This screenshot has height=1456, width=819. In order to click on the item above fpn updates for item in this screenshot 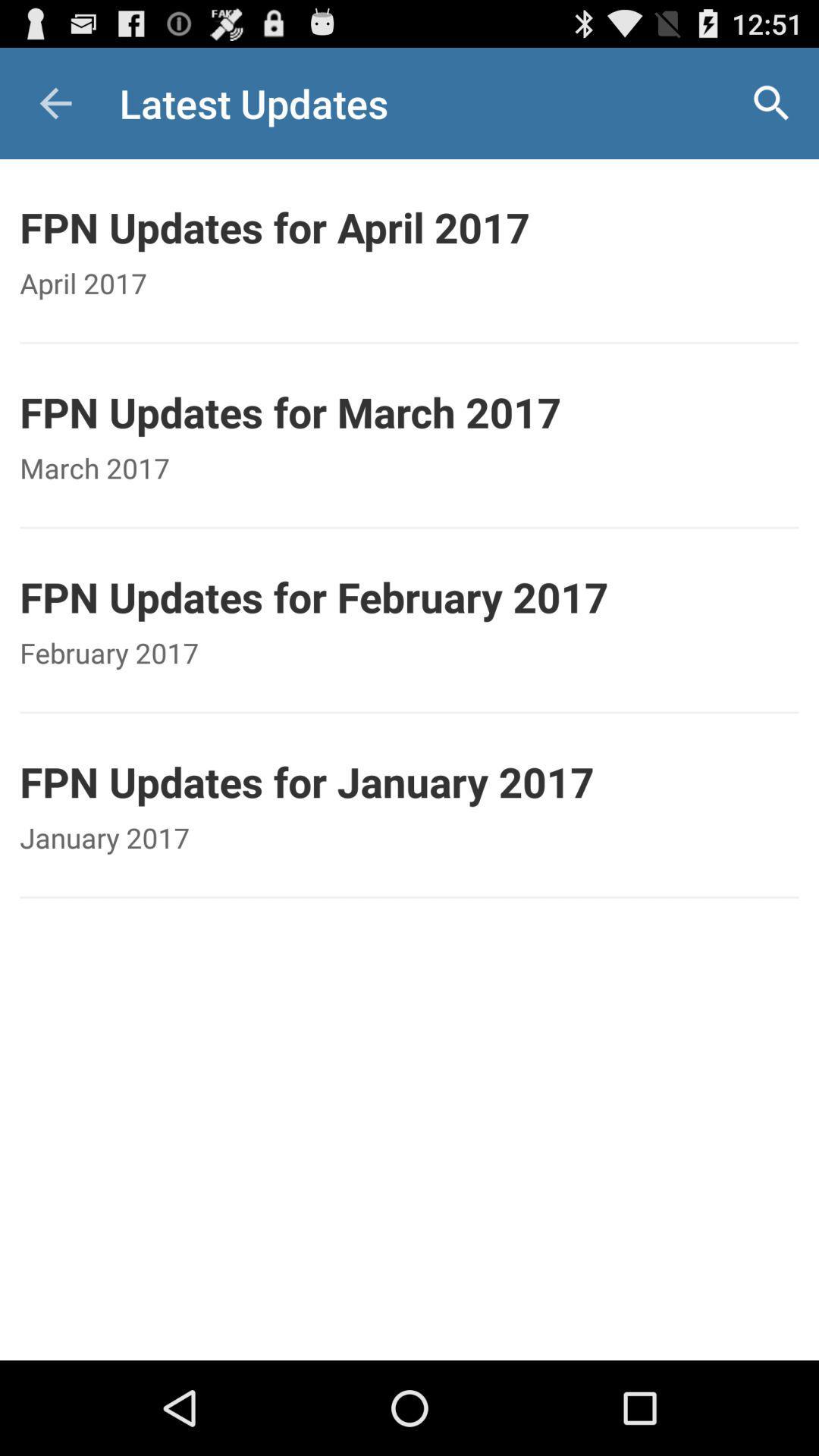, I will do `click(55, 102)`.